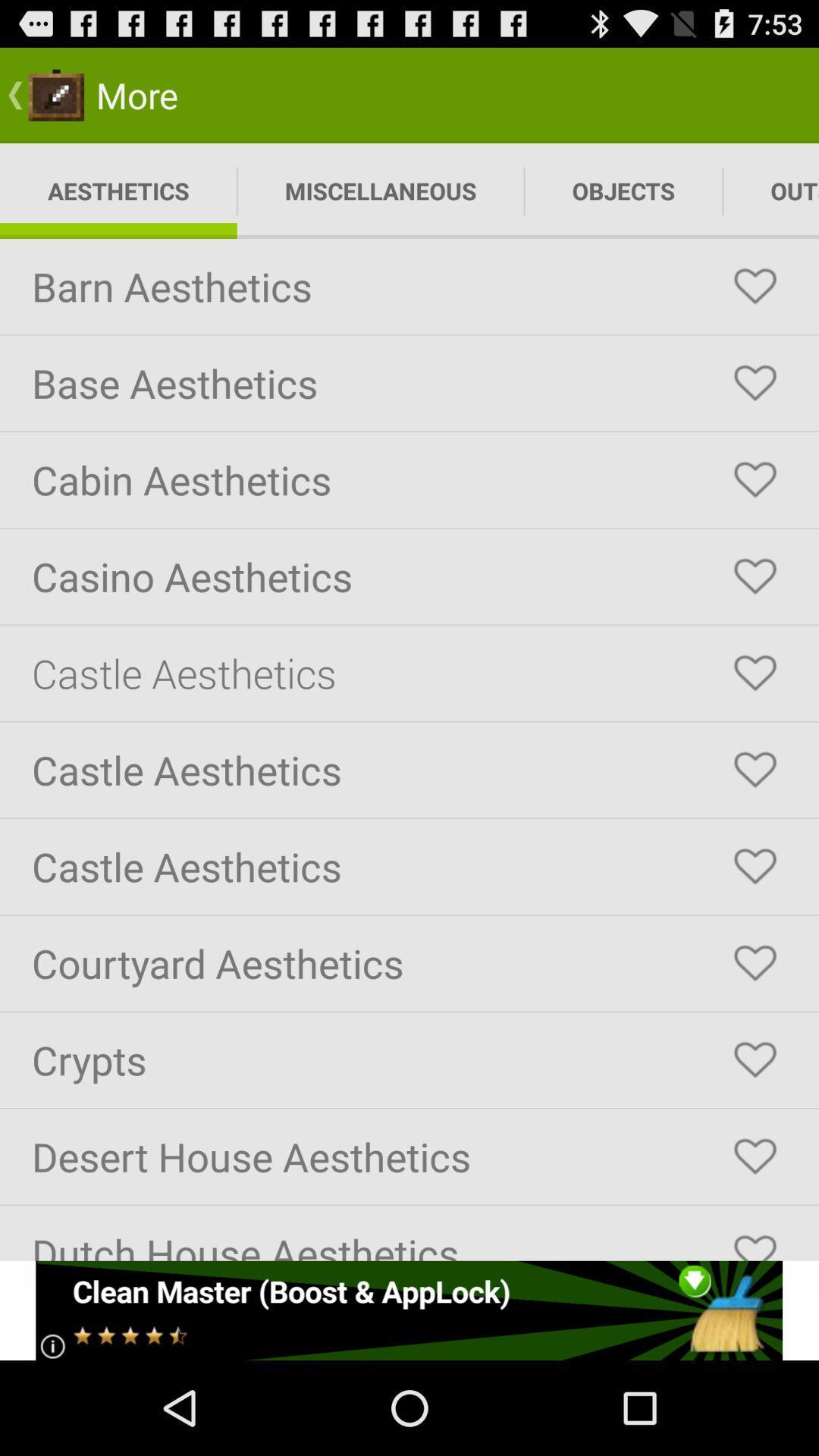  Describe the element at coordinates (755, 576) in the screenshot. I see `the button right to the casino aesthetics` at that location.